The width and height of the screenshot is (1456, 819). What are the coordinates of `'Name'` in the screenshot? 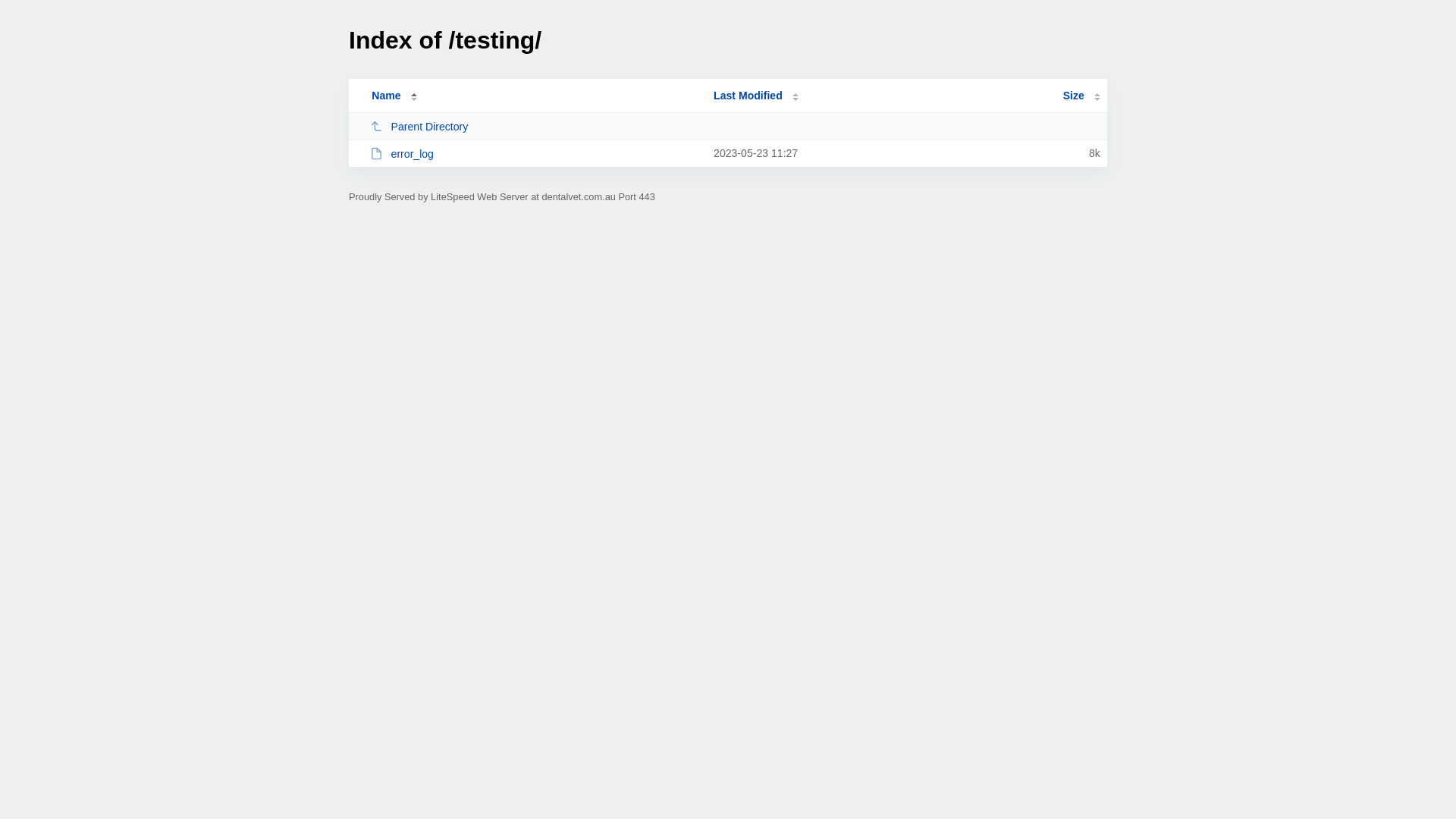 It's located at (385, 96).